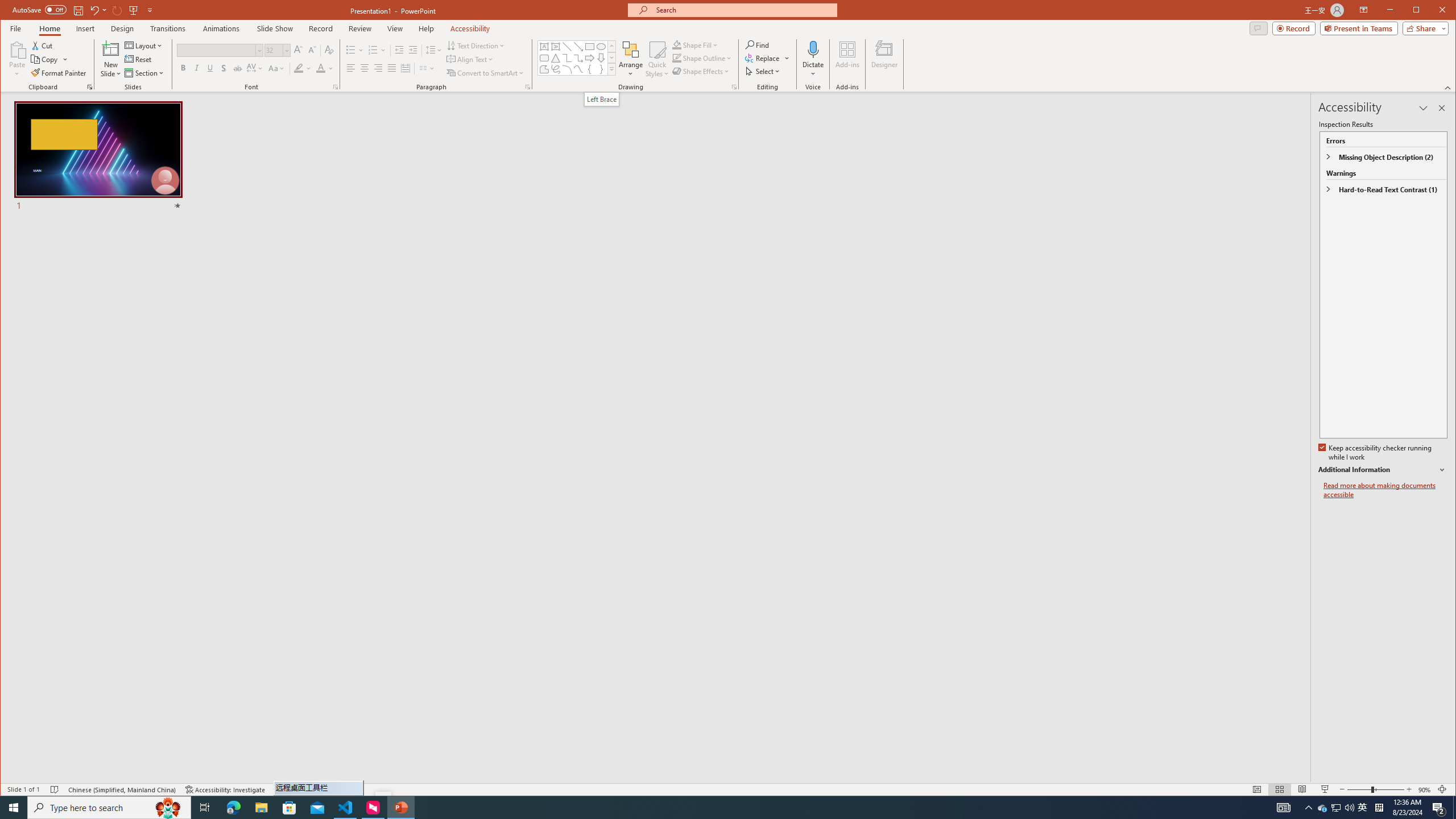 Image resolution: width=1456 pixels, height=819 pixels. Describe the element at coordinates (1424, 789) in the screenshot. I see `'Zoom 90%'` at that location.